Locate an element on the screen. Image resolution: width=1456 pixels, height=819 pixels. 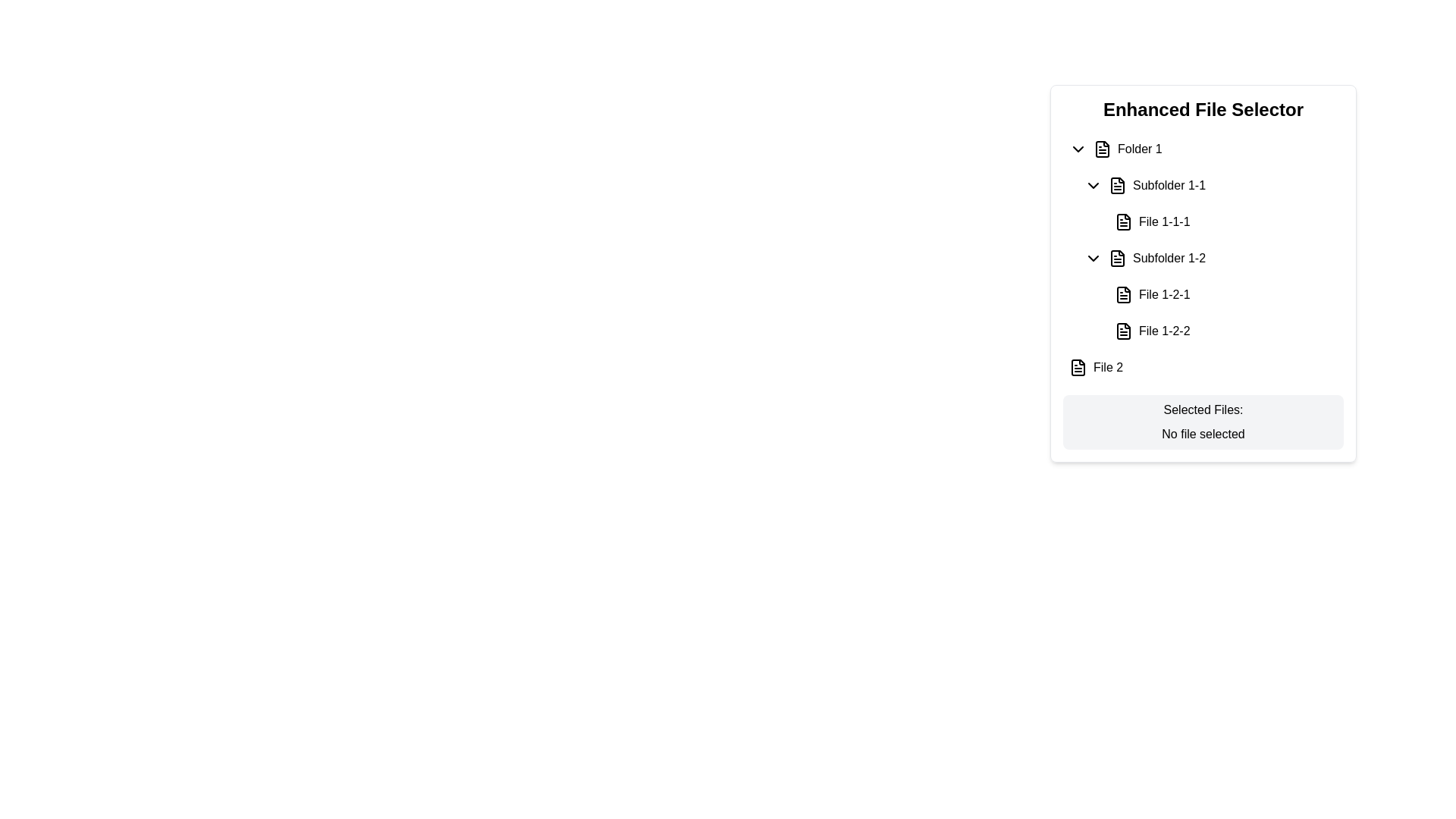
on the Folder entry labeled 'Folder 1' in the file selector interface is located at coordinates (1203, 149).